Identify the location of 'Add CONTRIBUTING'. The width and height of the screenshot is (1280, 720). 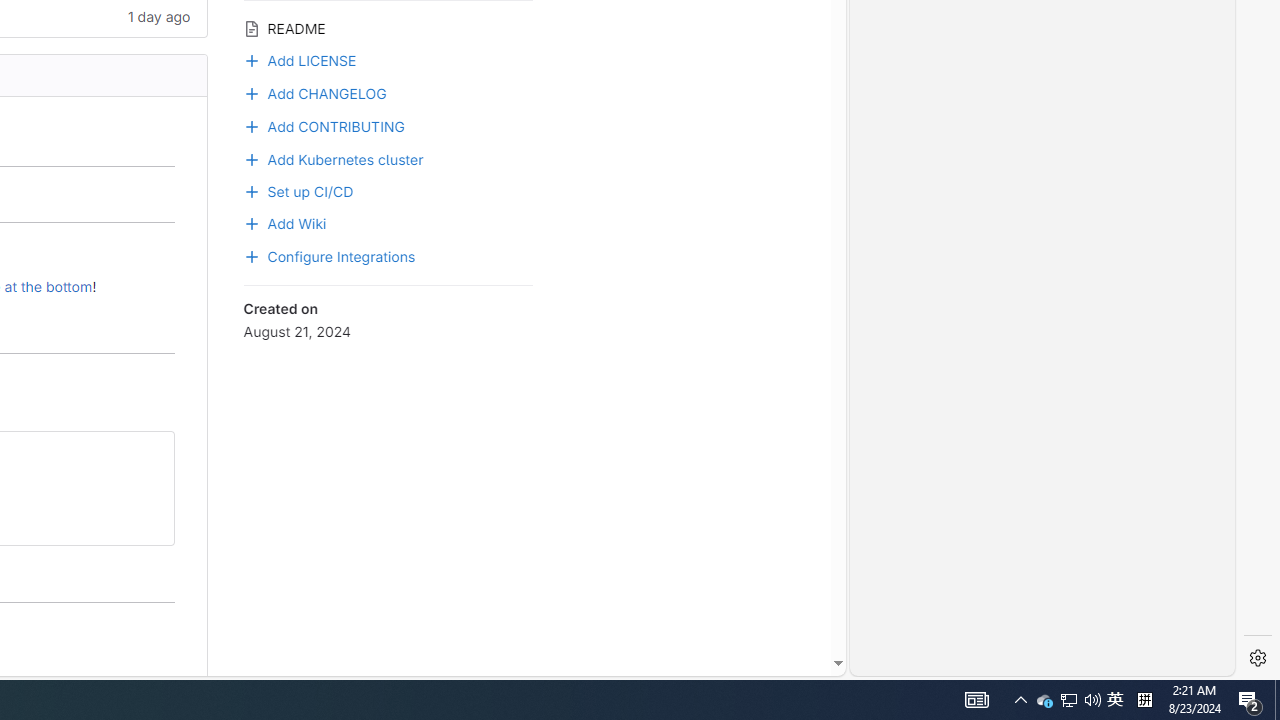
(323, 124).